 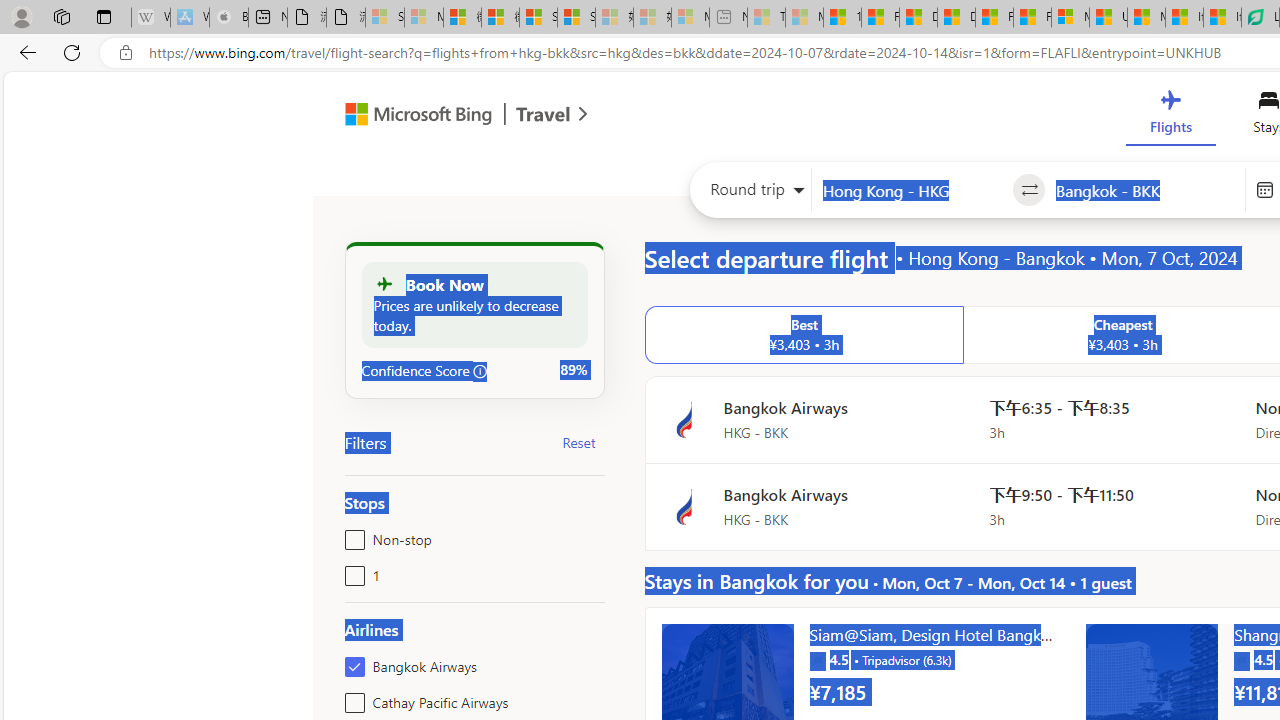 What do you see at coordinates (1145, 190) in the screenshot?
I see `'Going to?'` at bounding box center [1145, 190].